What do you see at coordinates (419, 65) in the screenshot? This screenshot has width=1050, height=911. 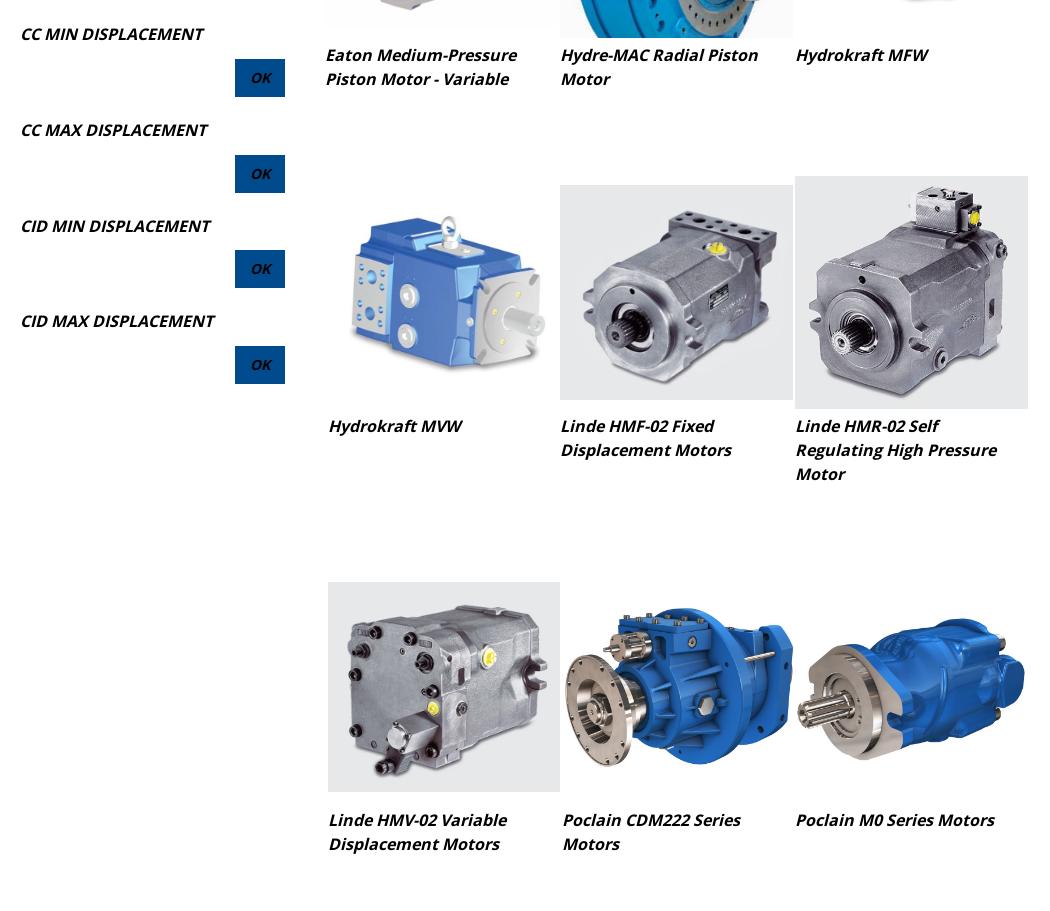 I see `'Eaton Medium-Pressure Piston Motor - Variable'` at bounding box center [419, 65].